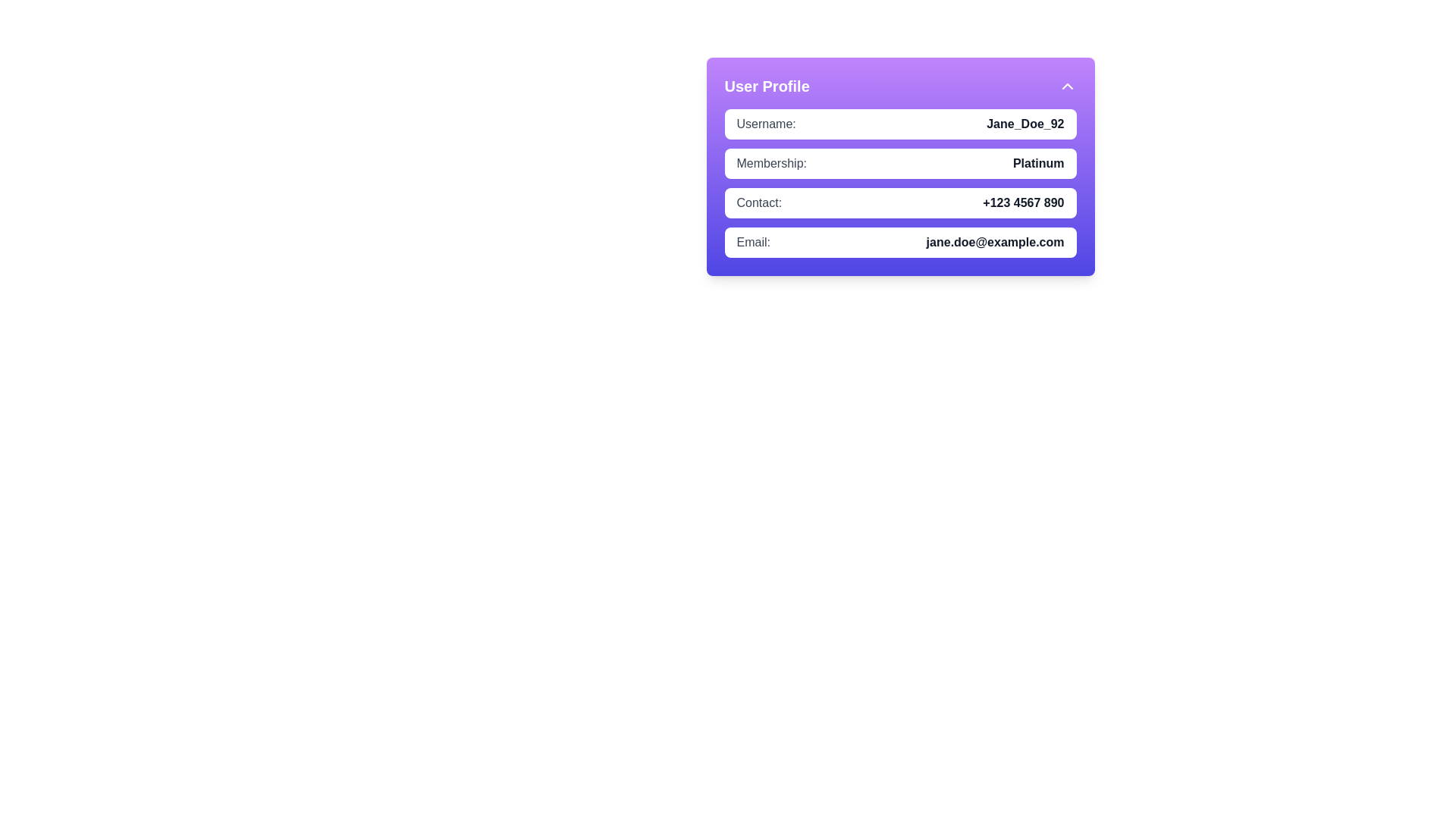 The width and height of the screenshot is (1456, 819). What do you see at coordinates (753, 242) in the screenshot?
I see `the text label located in the lower section of the user profile card, which clarifies the adjacent email information on its right` at bounding box center [753, 242].